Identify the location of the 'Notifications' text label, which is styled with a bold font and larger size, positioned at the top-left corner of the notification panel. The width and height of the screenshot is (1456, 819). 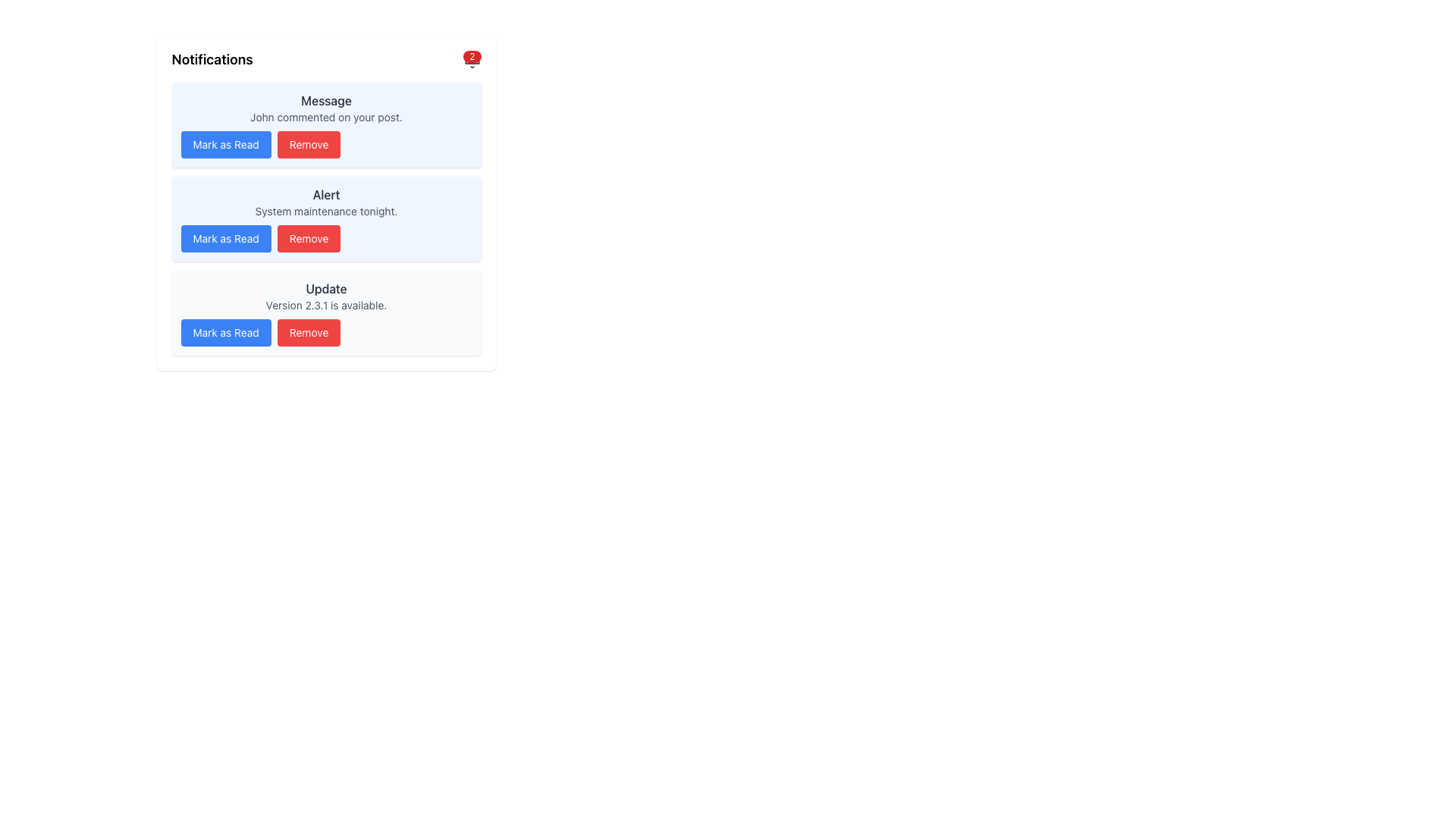
(212, 58).